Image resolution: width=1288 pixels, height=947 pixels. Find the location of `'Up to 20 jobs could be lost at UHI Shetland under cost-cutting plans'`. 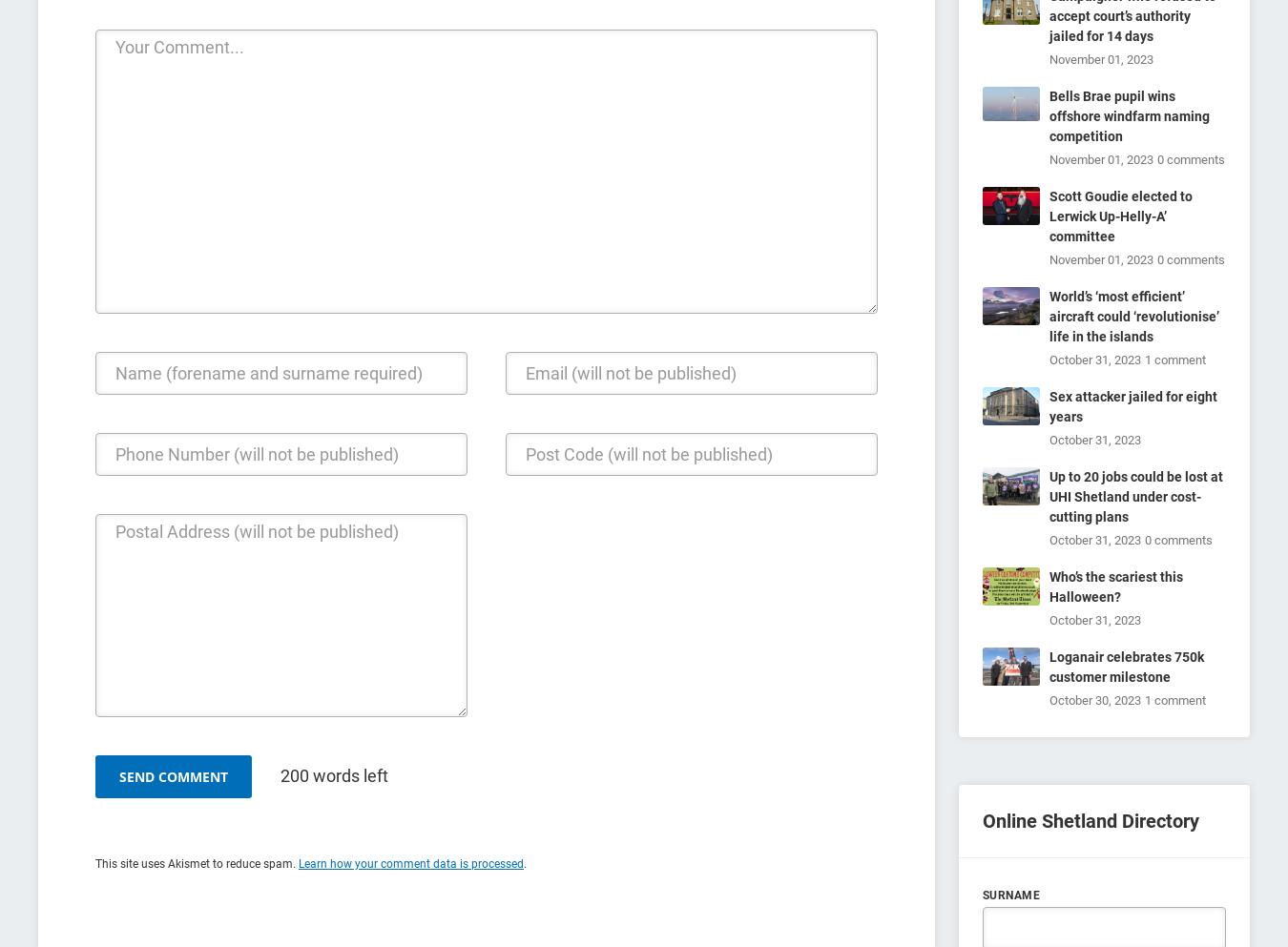

'Up to 20 jobs could be lost at UHI Shetland under cost-cutting plans' is located at coordinates (1049, 497).